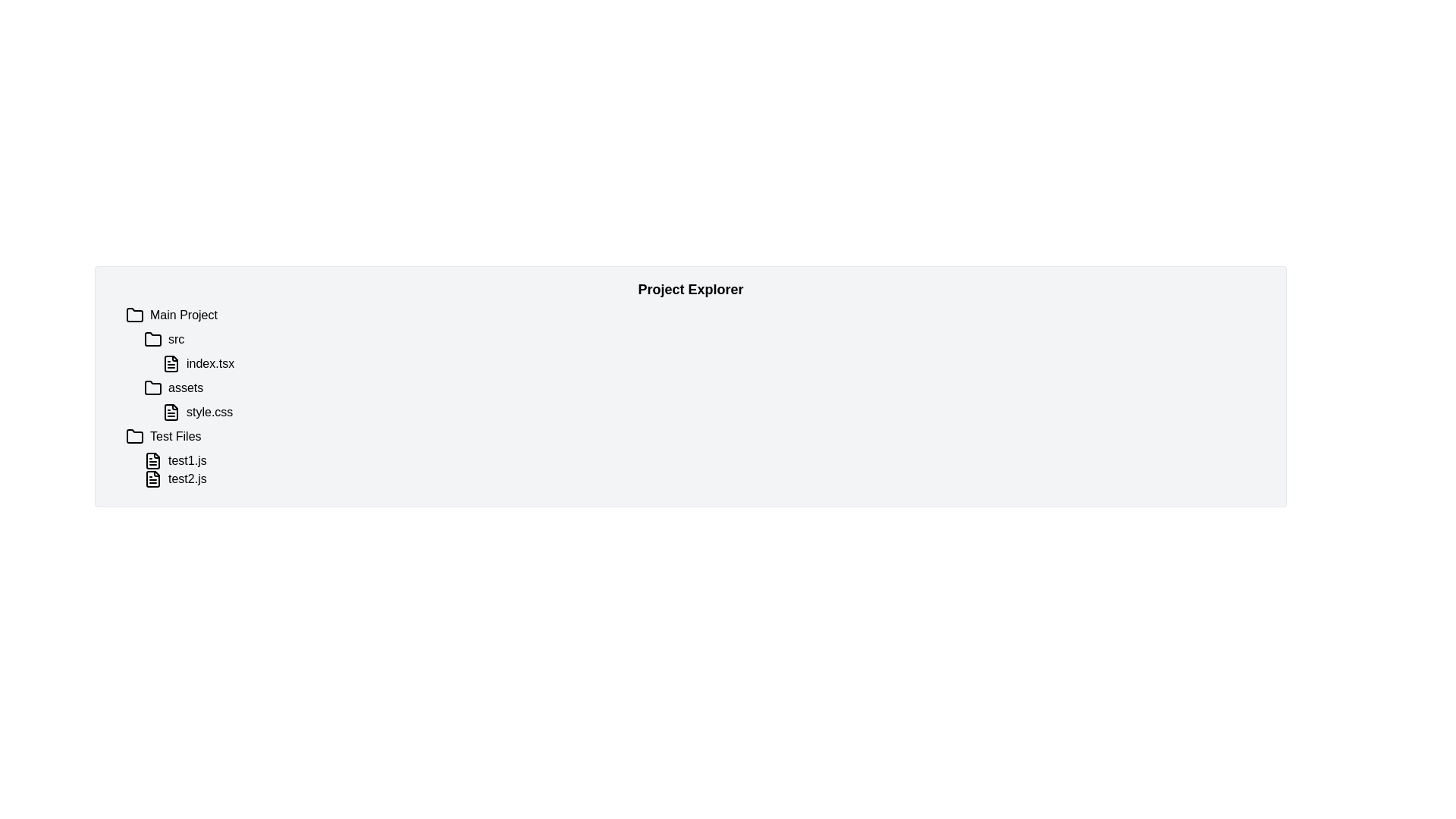 Image resolution: width=1456 pixels, height=819 pixels. What do you see at coordinates (134, 436) in the screenshot?
I see `the folder icon representing the 'Test Files' directory` at bounding box center [134, 436].